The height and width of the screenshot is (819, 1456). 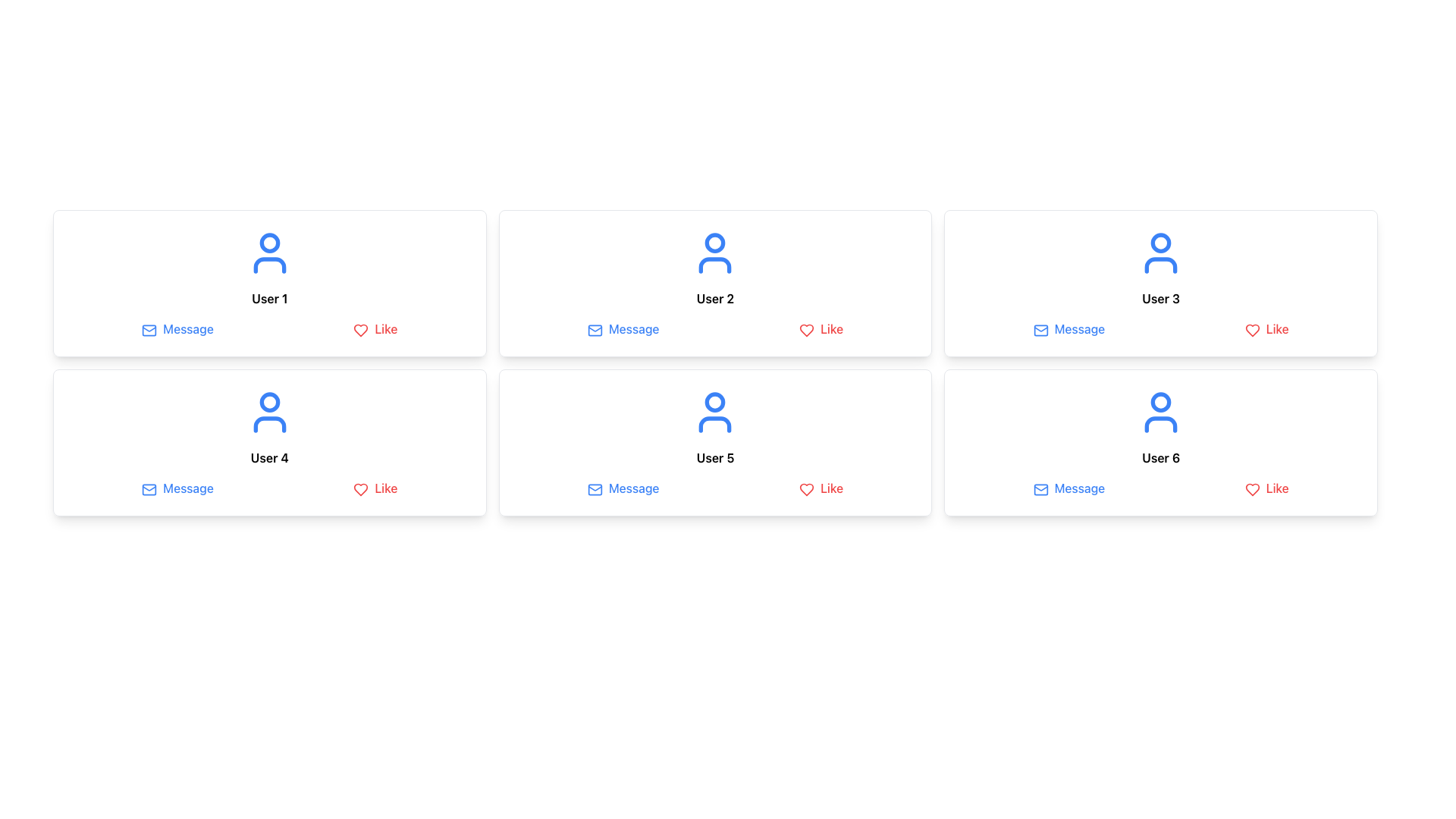 What do you see at coordinates (1068, 488) in the screenshot?
I see `the hyperlink labeled 'Message' with an envelope icon located under 'User 6'` at bounding box center [1068, 488].